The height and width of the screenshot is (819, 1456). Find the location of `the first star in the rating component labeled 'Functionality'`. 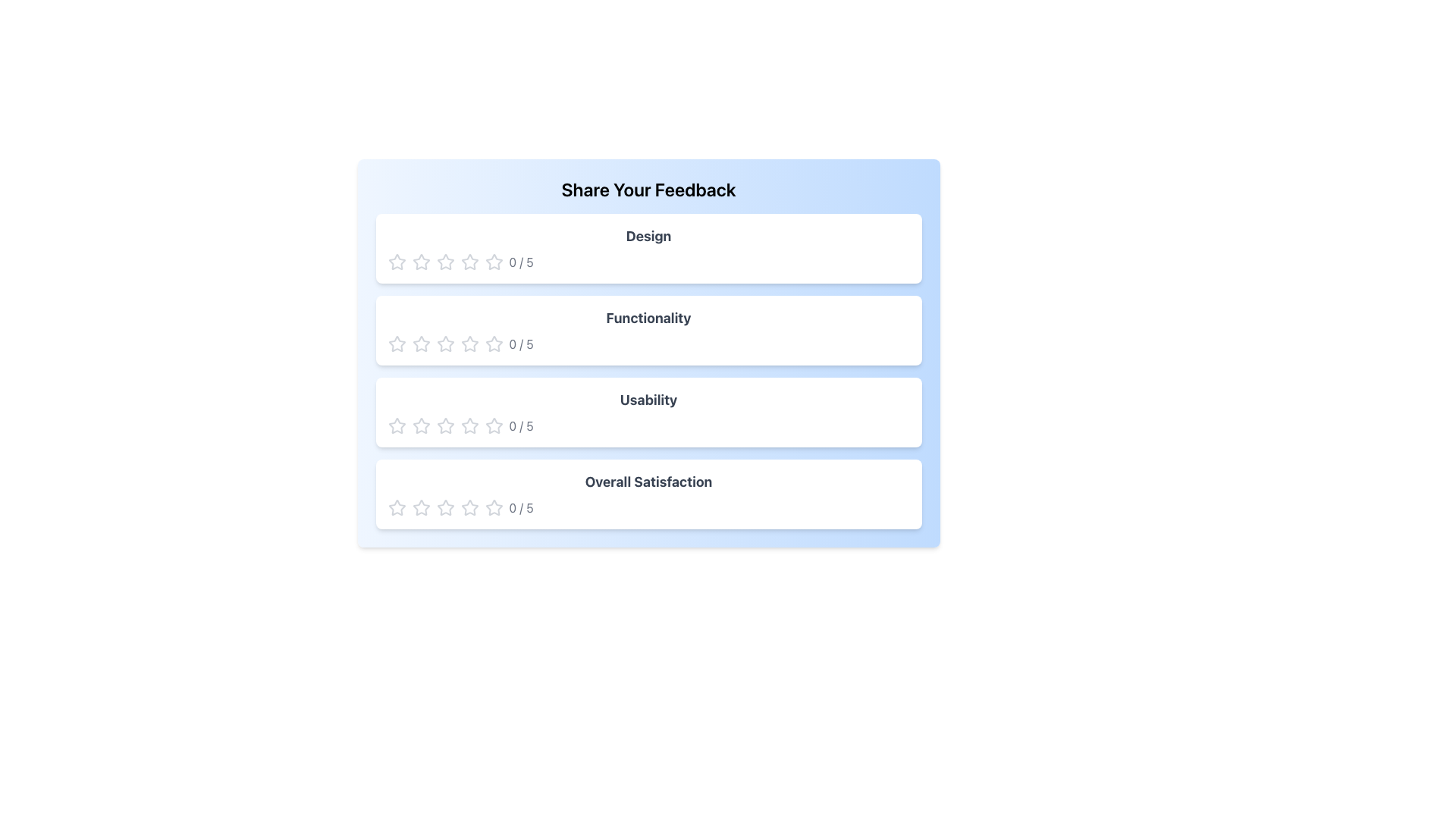

the first star in the rating component labeled 'Functionality' is located at coordinates (397, 344).